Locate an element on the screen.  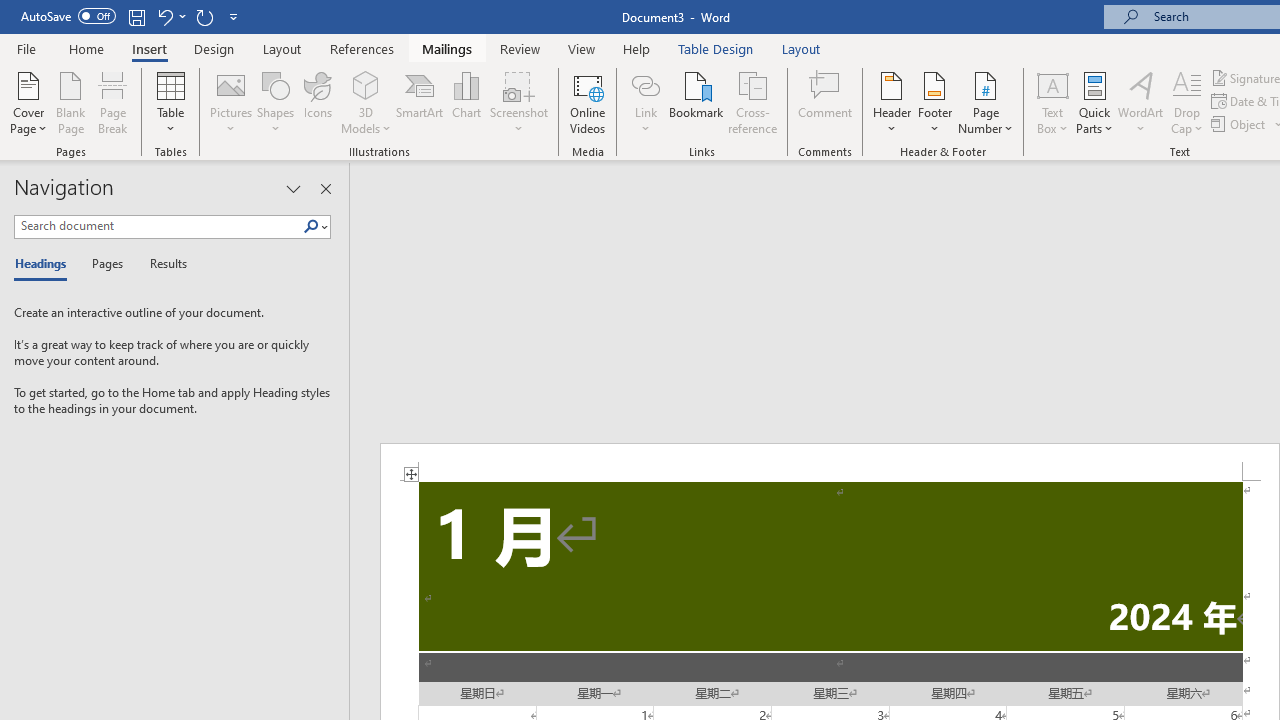
'Header' is located at coordinates (891, 103).